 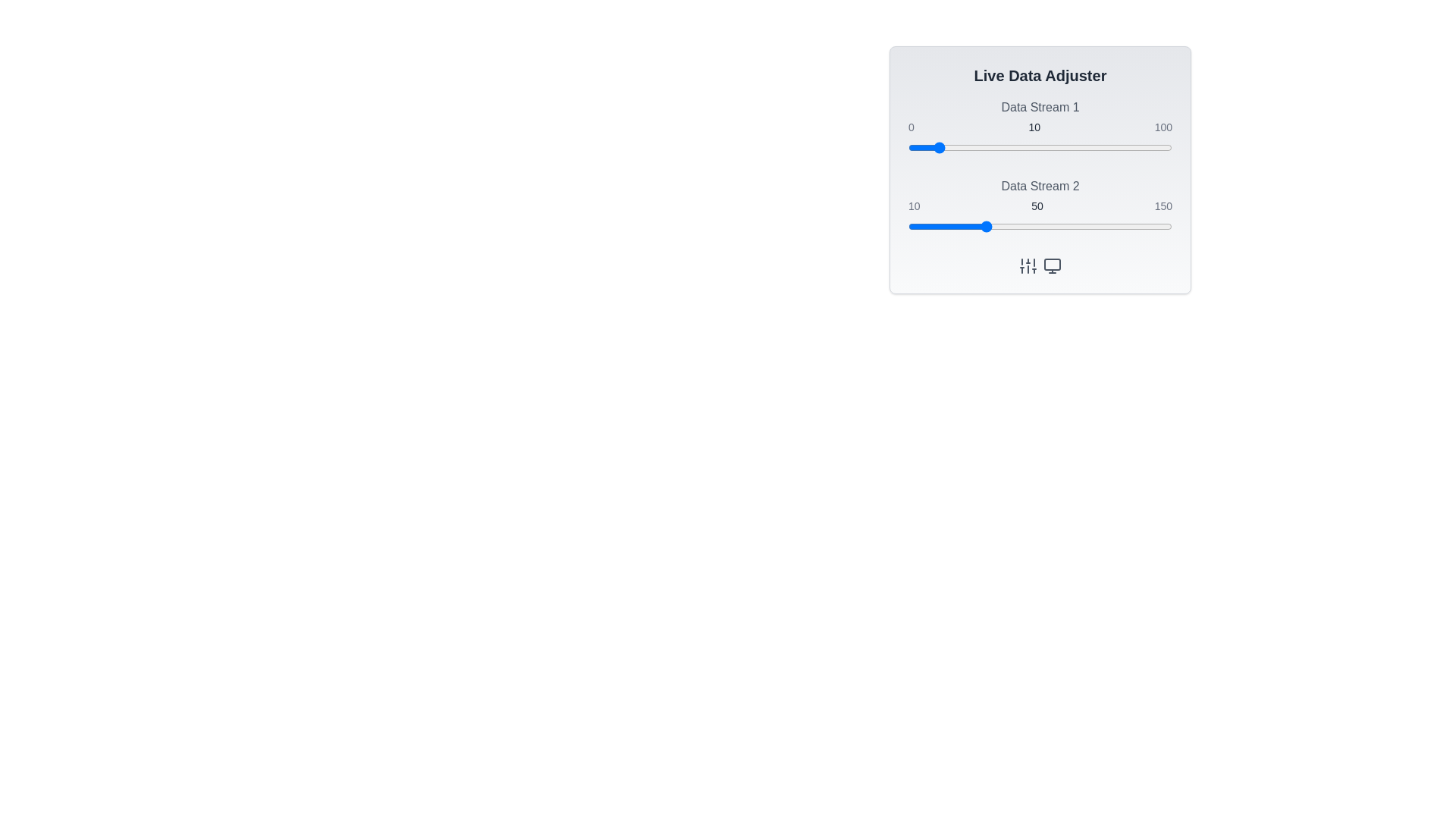 What do you see at coordinates (1021, 148) in the screenshot?
I see `the slider` at bounding box center [1021, 148].